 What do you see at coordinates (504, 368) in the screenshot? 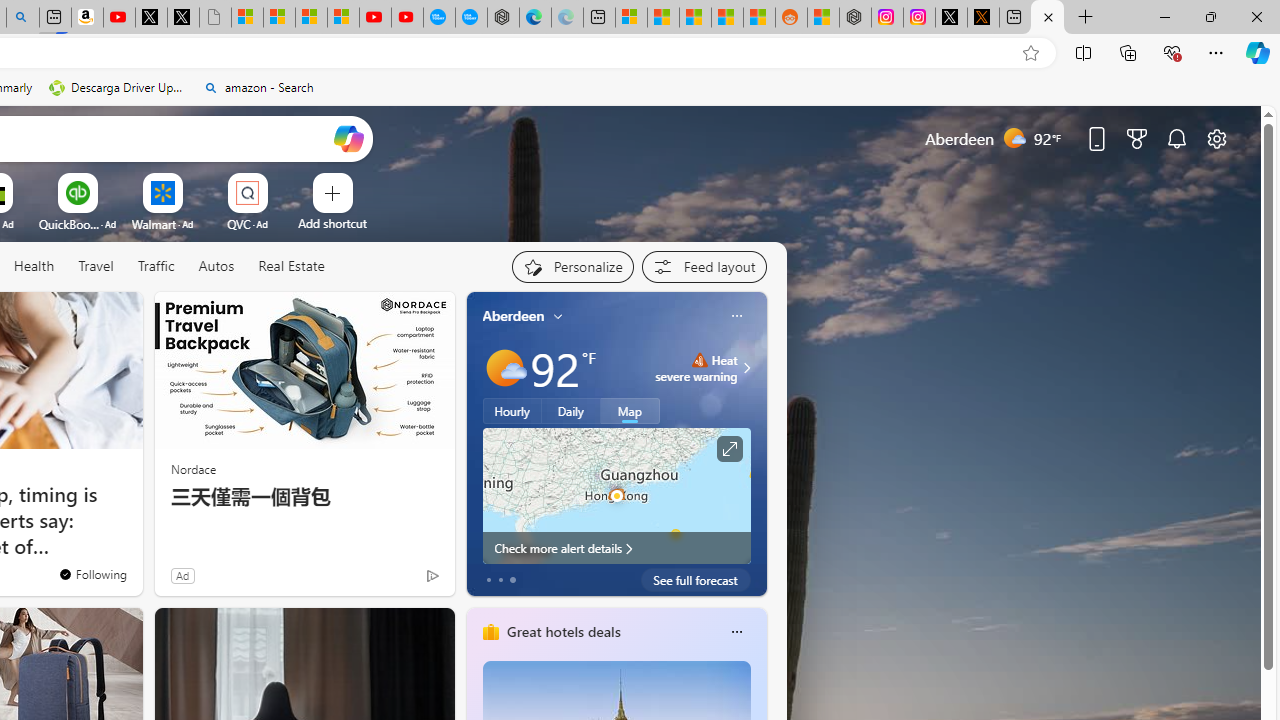
I see `'Mostly sunny'` at bounding box center [504, 368].